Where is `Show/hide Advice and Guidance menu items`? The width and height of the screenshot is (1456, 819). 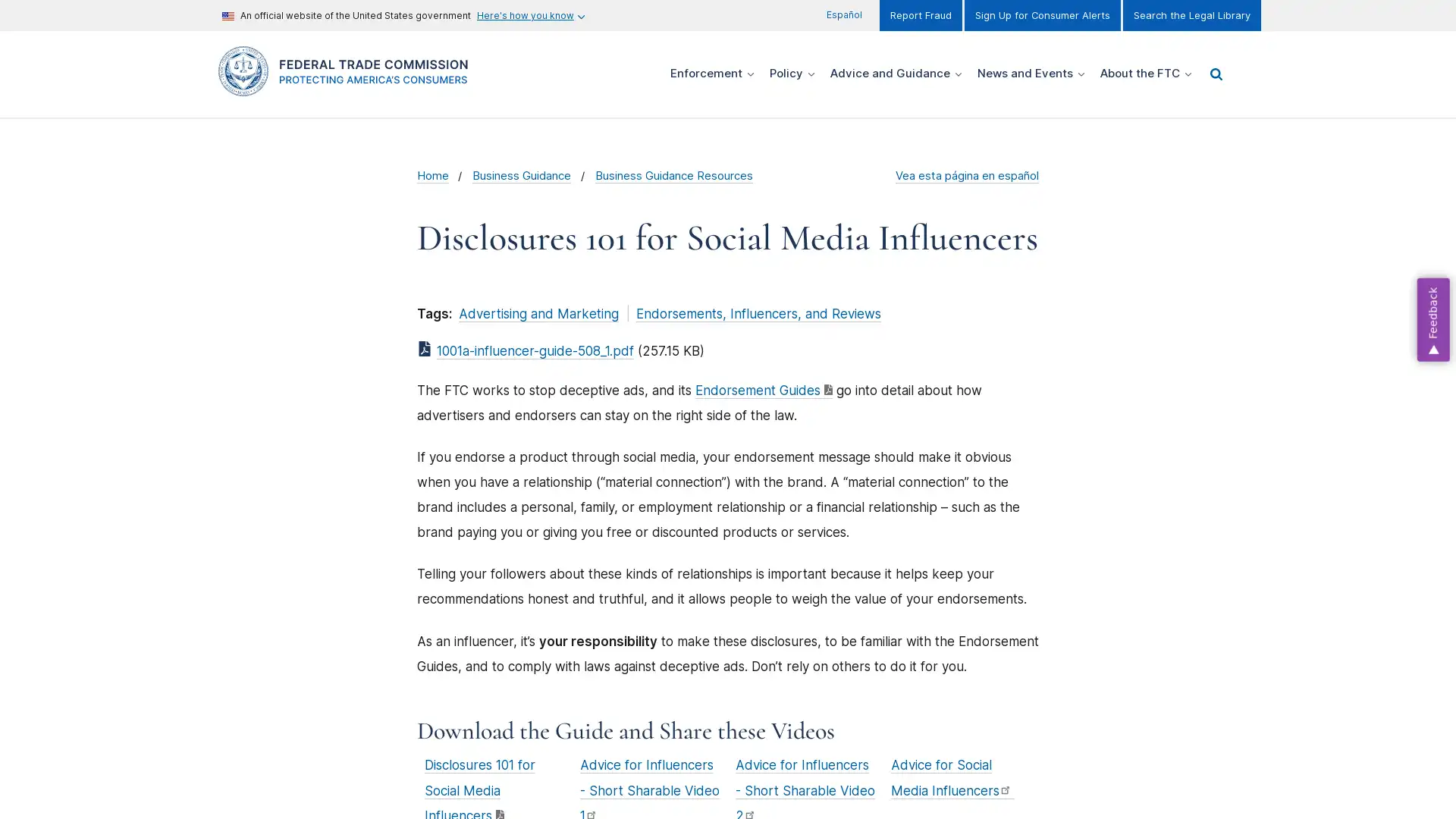
Show/hide Advice and Guidance menu items is located at coordinates (898, 74).